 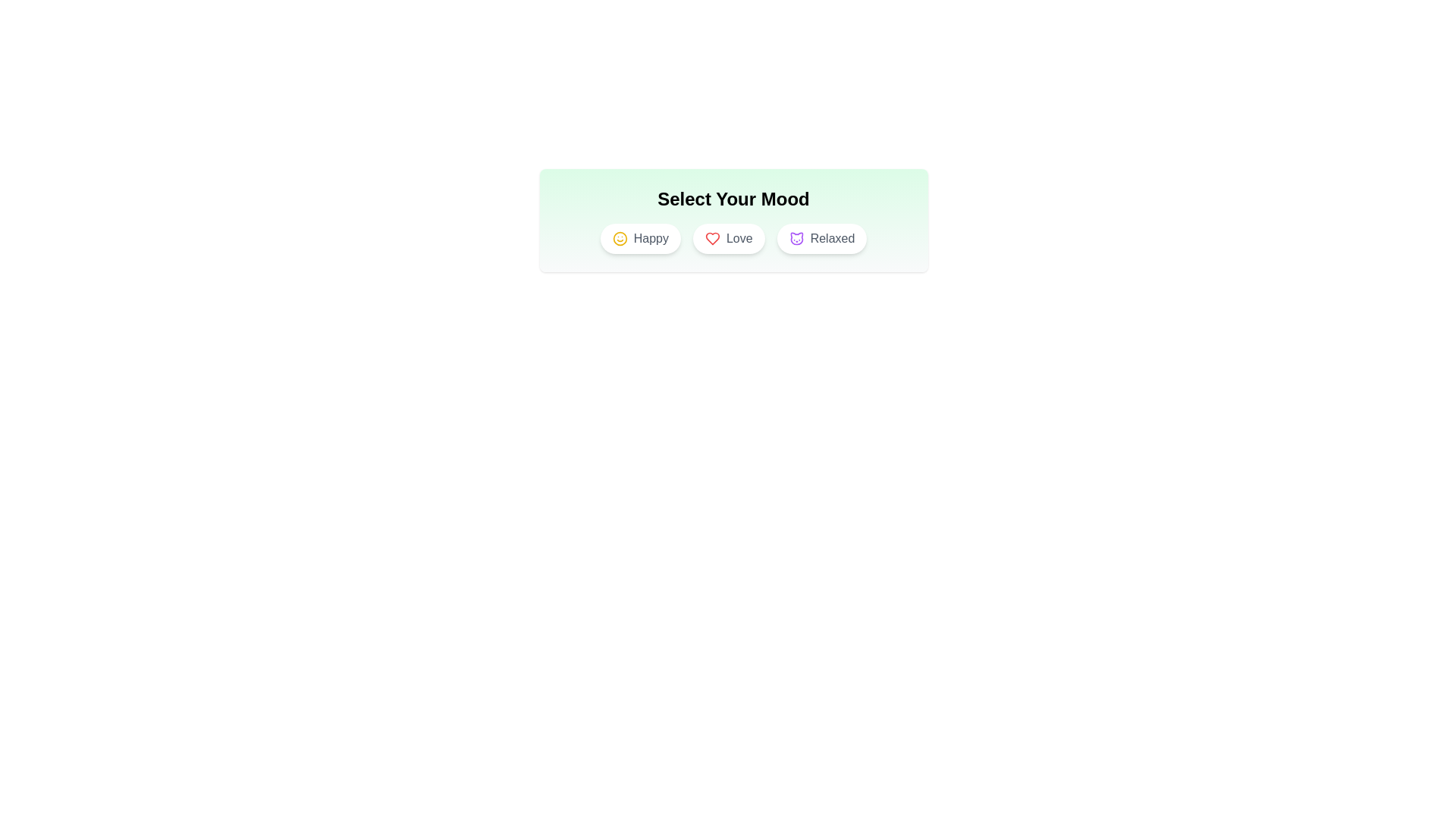 What do you see at coordinates (640, 239) in the screenshot?
I see `the 'Happy' mood option to toggle its state` at bounding box center [640, 239].